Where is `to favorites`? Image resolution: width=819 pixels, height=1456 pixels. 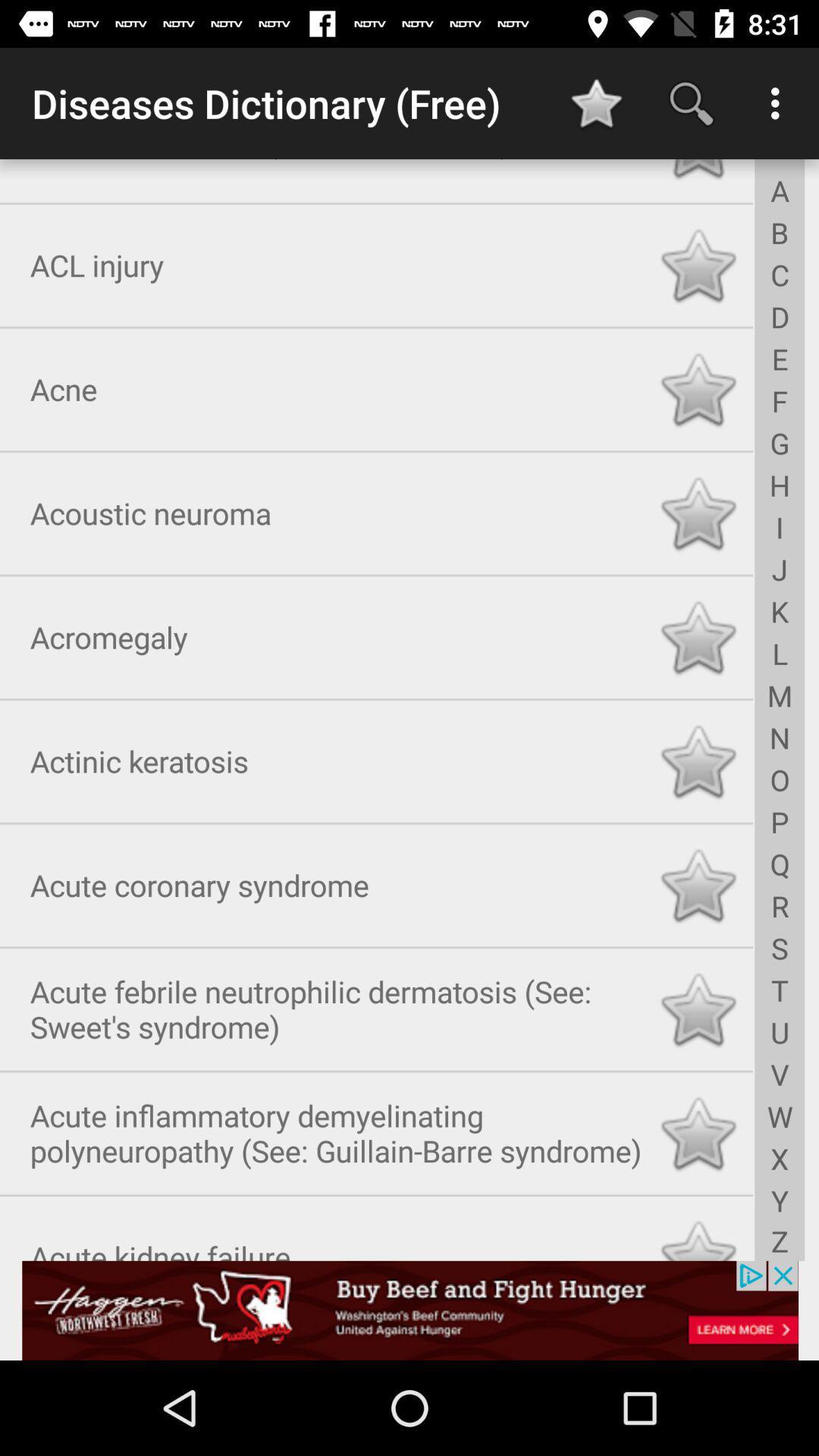 to favorites is located at coordinates (698, 1235).